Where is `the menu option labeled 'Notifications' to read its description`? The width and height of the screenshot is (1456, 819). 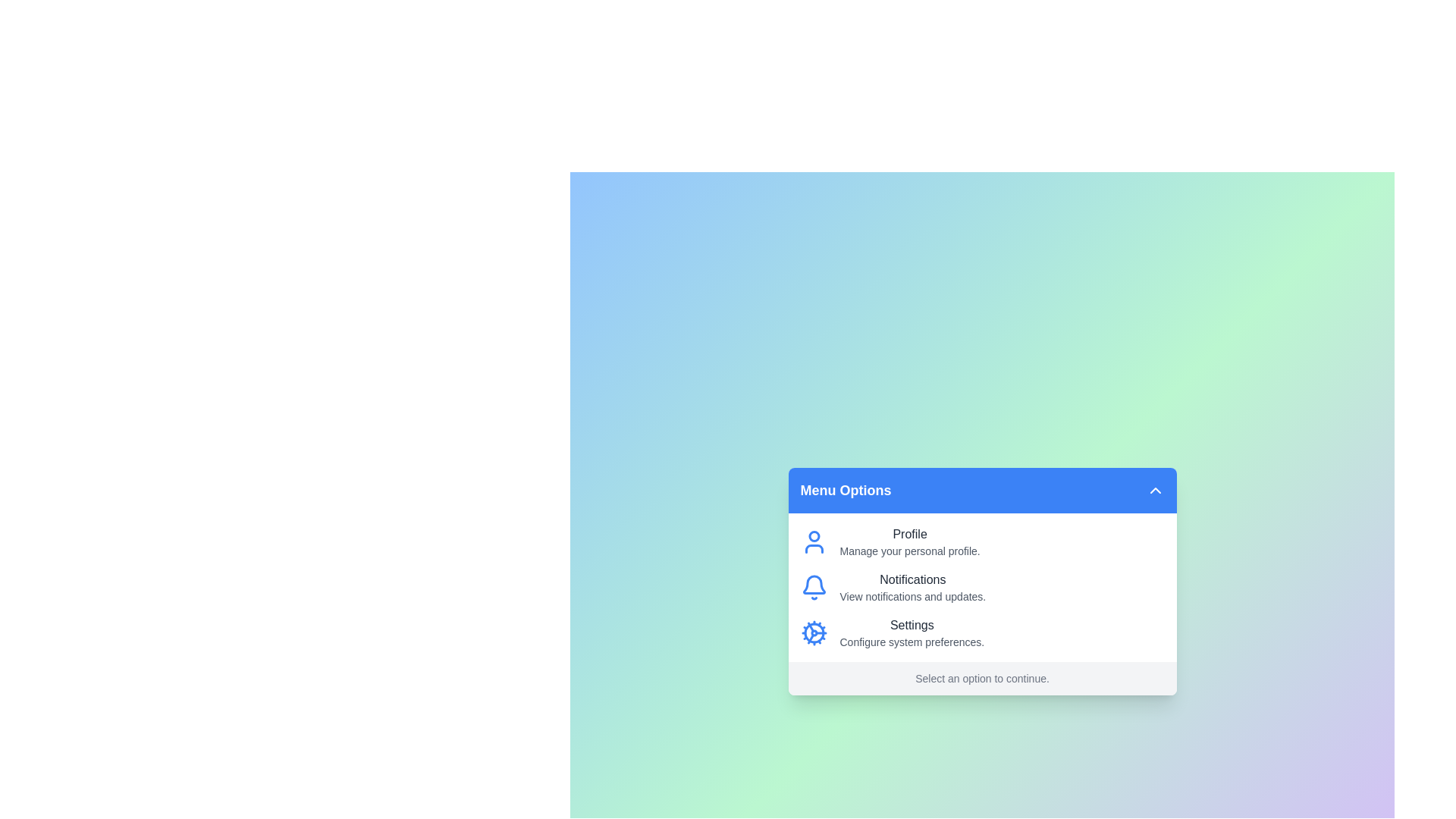
the menu option labeled 'Notifications' to read its description is located at coordinates (910, 587).